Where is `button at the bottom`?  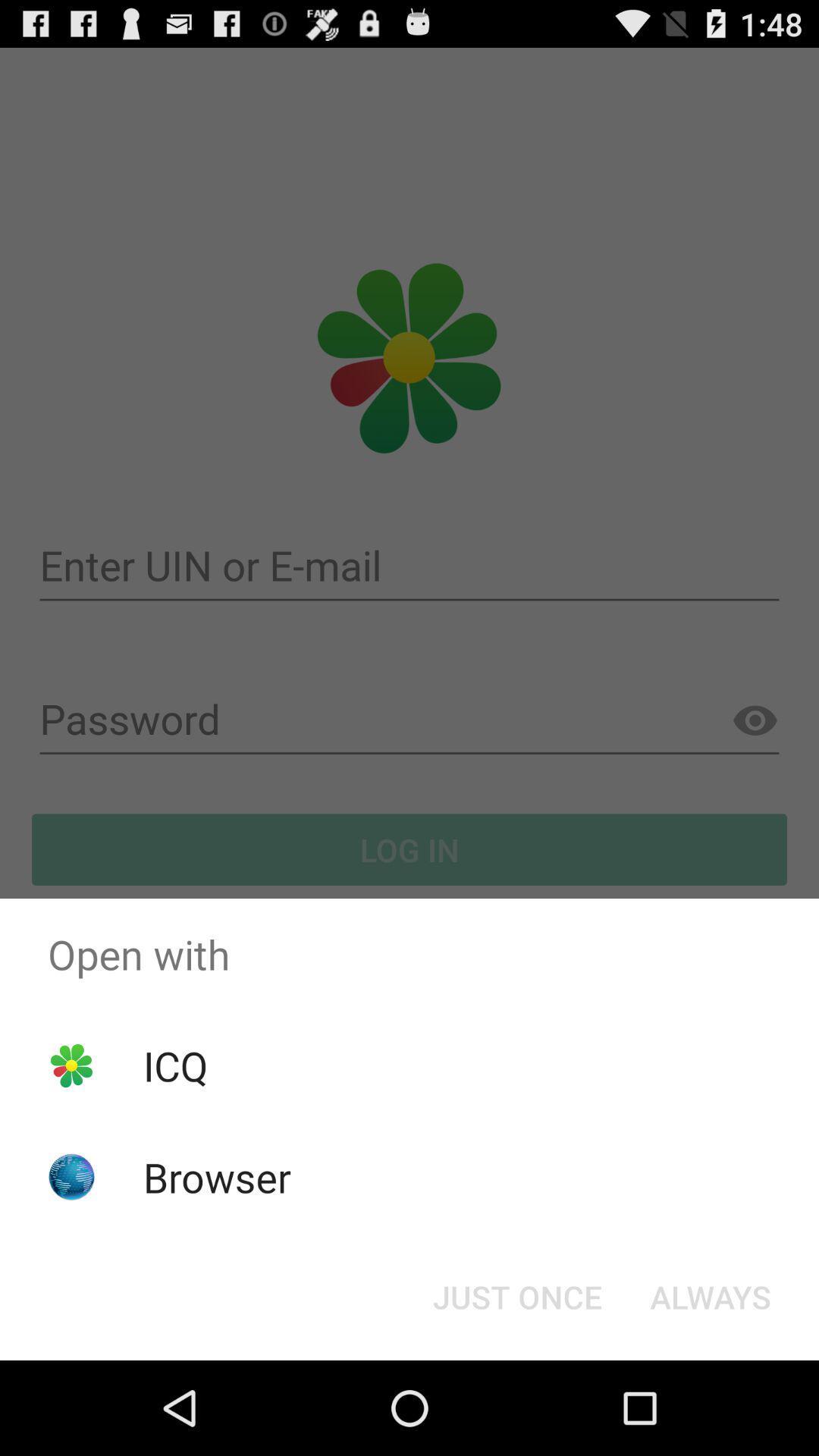
button at the bottom is located at coordinates (516, 1295).